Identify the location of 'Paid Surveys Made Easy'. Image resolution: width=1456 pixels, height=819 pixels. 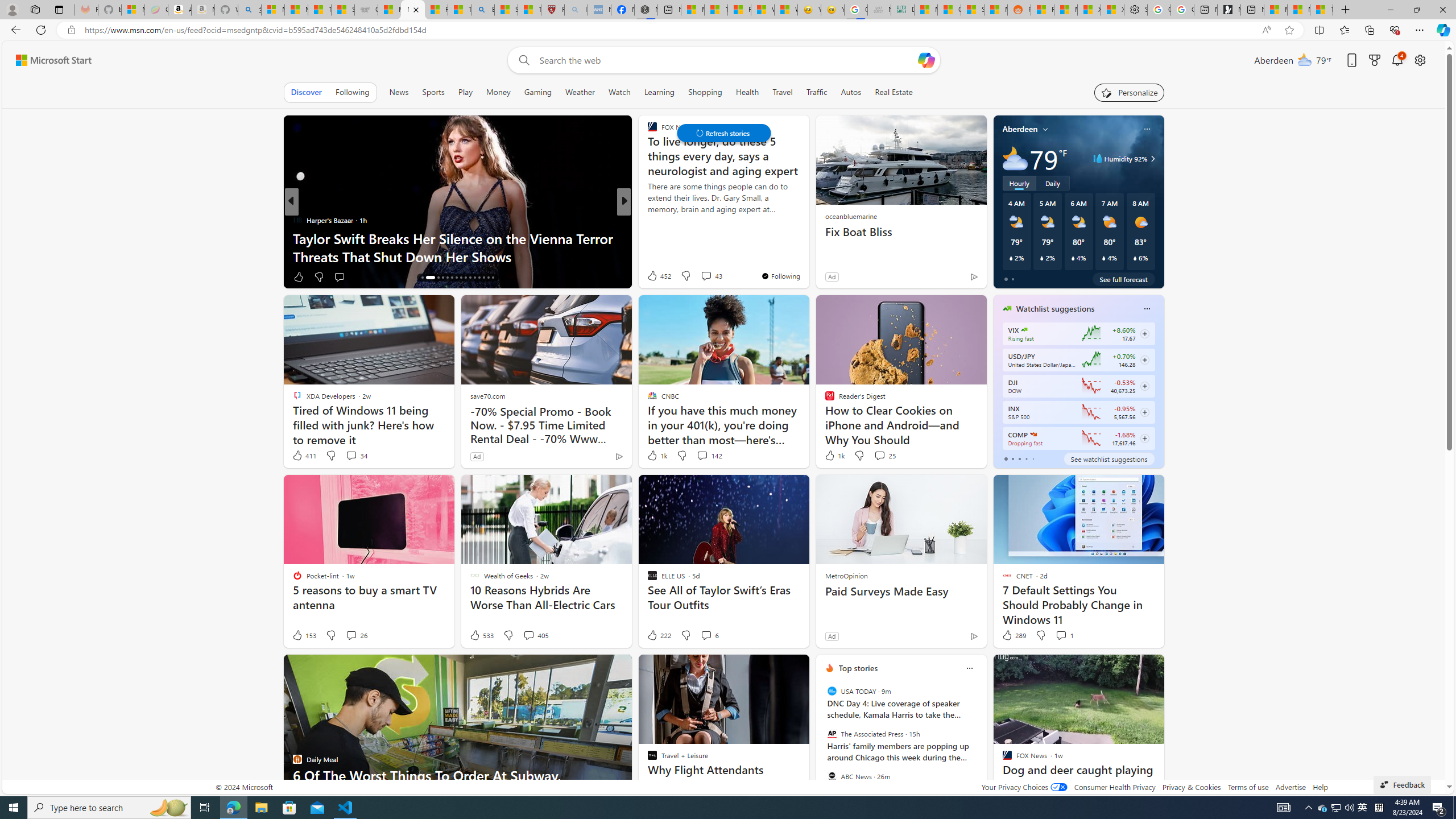
(900, 591).